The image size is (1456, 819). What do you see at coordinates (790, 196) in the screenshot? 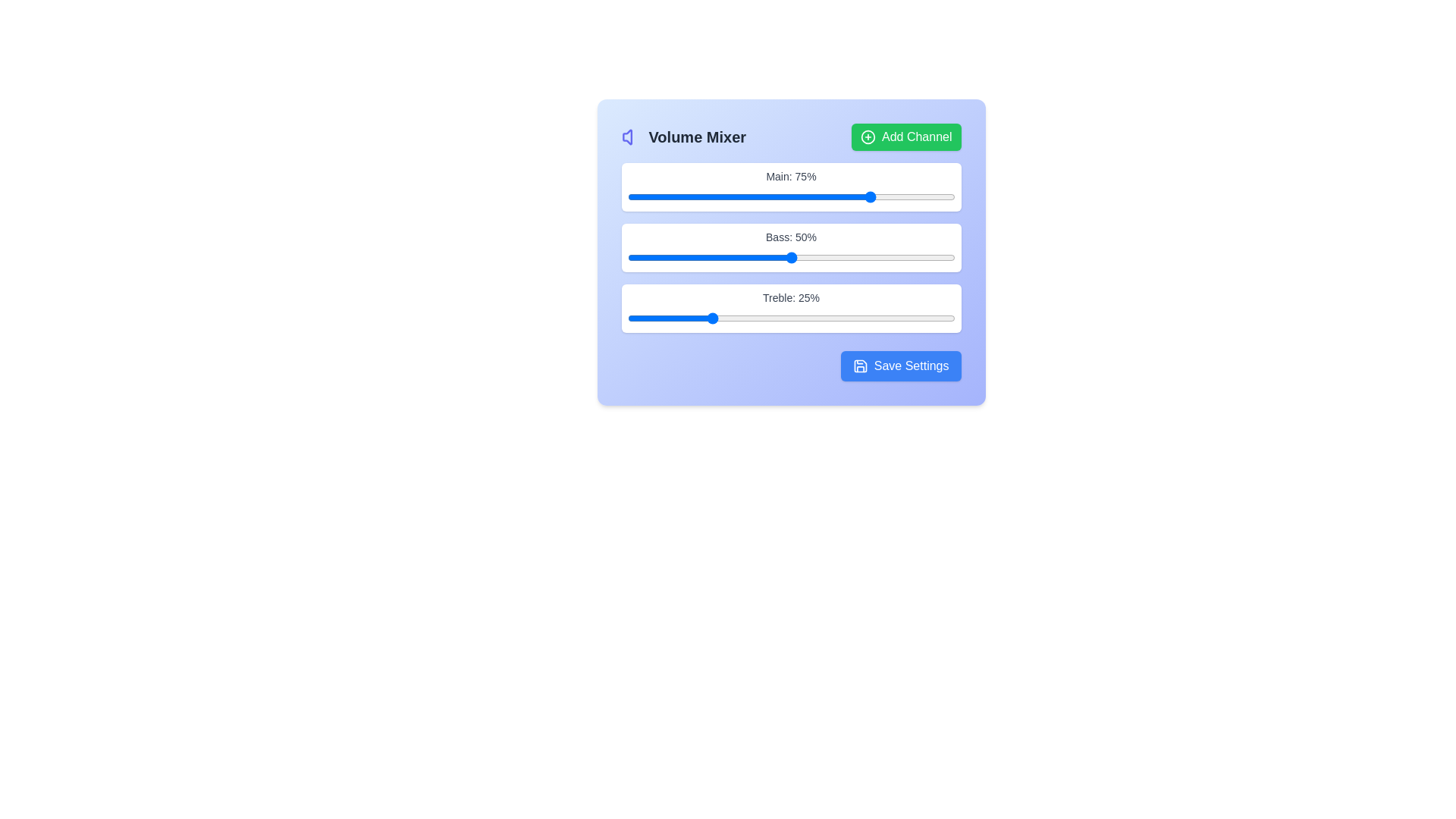
I see `the horizontal sliding range control located below the label 'Main: 75%', which features a blue-filled progress bar and a draggable circular knob` at bounding box center [790, 196].